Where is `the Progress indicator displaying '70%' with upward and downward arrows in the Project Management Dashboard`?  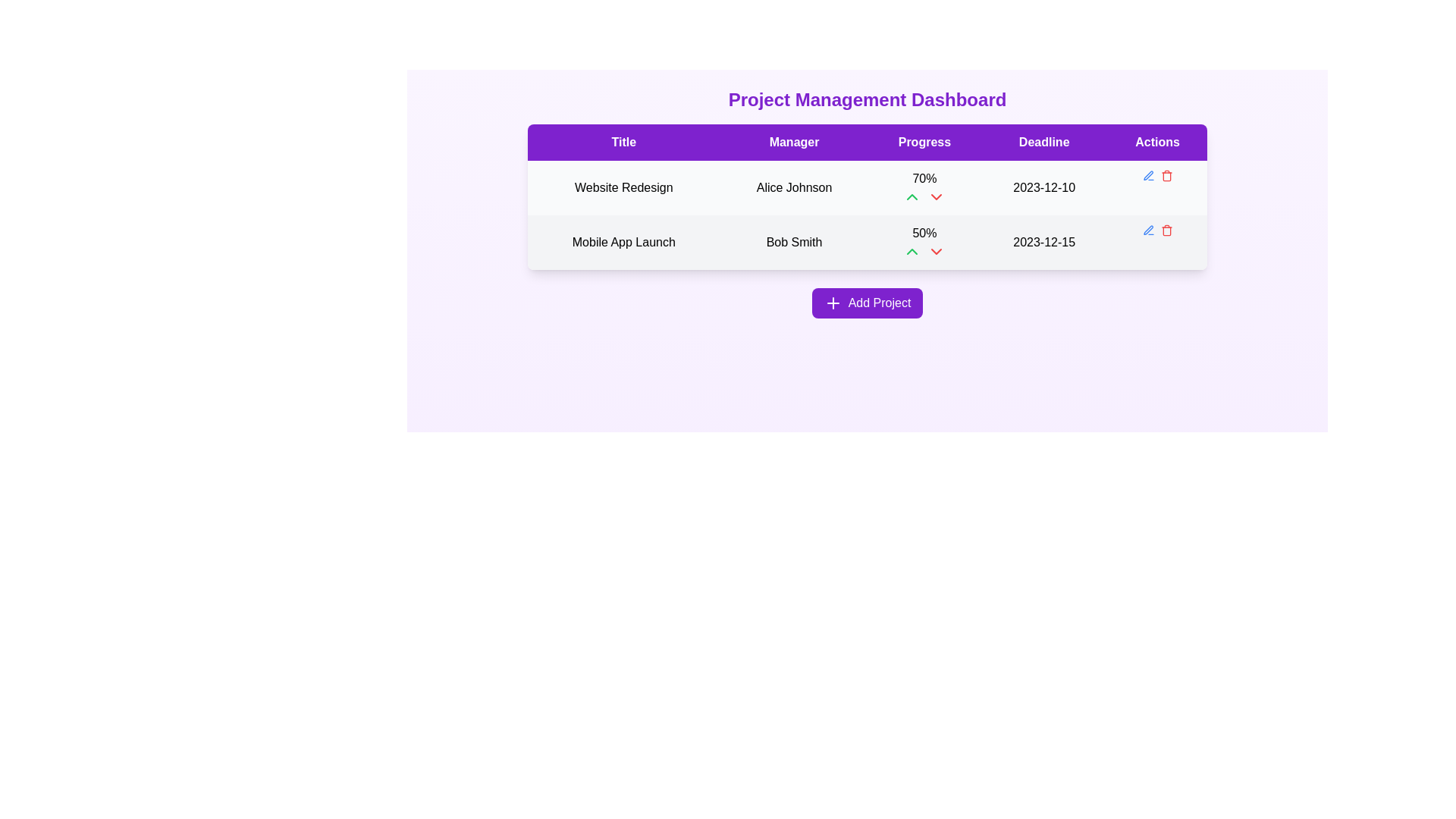
the Progress indicator displaying '70%' with upward and downward arrows in the Project Management Dashboard is located at coordinates (924, 187).